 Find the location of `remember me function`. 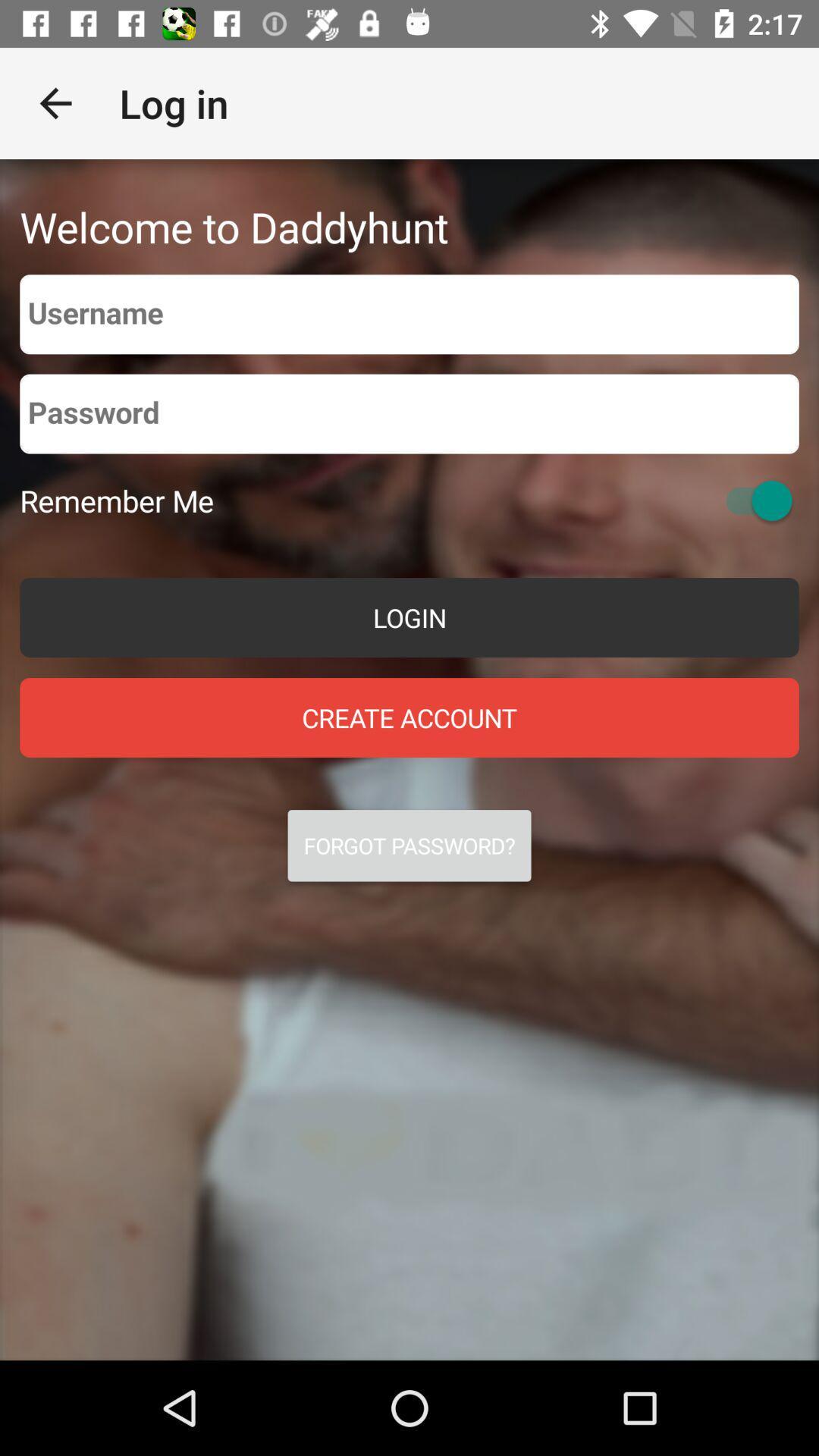

remember me function is located at coordinates (752, 500).